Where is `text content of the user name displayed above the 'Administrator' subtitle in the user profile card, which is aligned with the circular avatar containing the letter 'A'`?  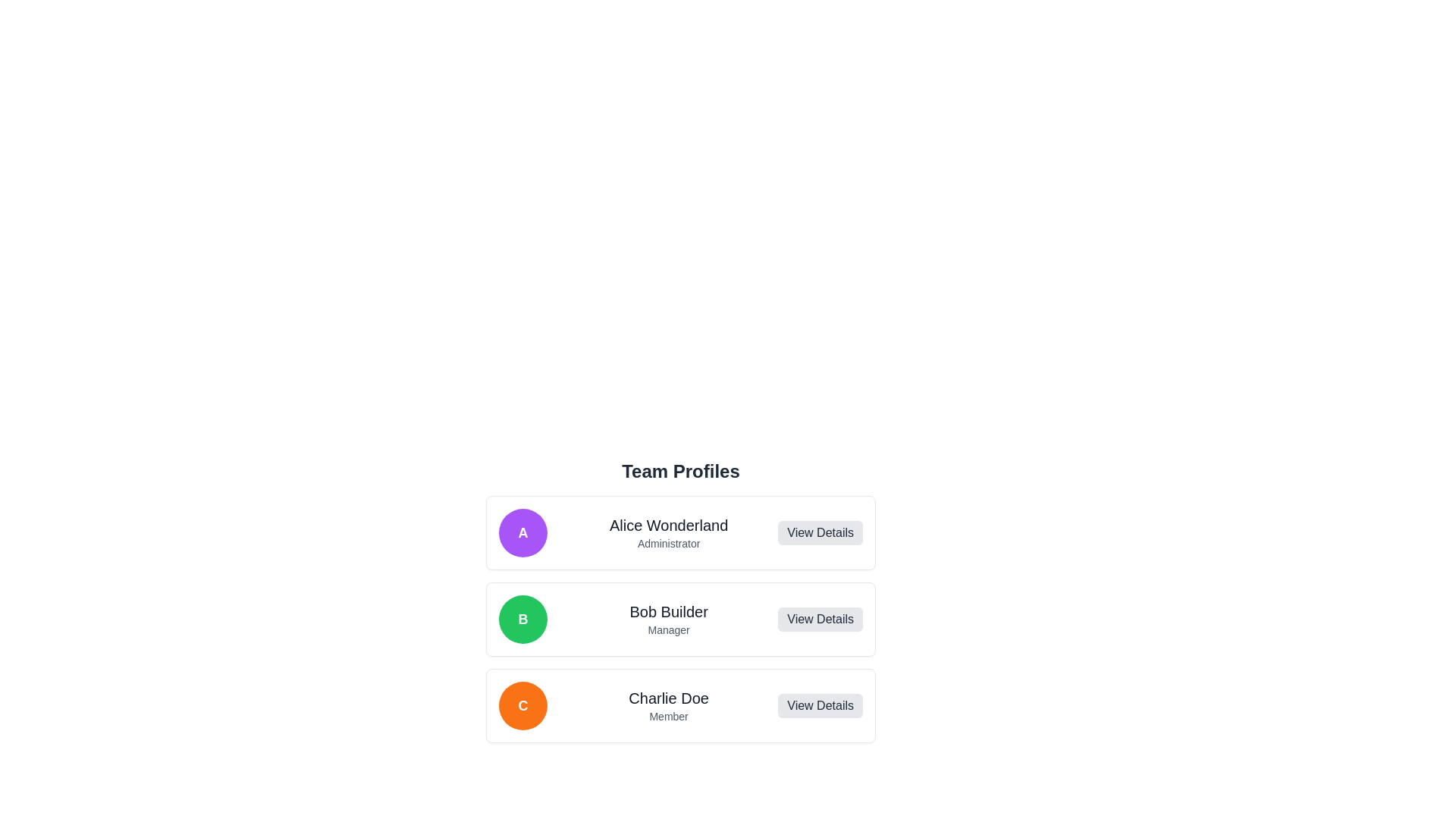 text content of the user name displayed above the 'Administrator' subtitle in the user profile card, which is aligned with the circular avatar containing the letter 'A' is located at coordinates (668, 525).